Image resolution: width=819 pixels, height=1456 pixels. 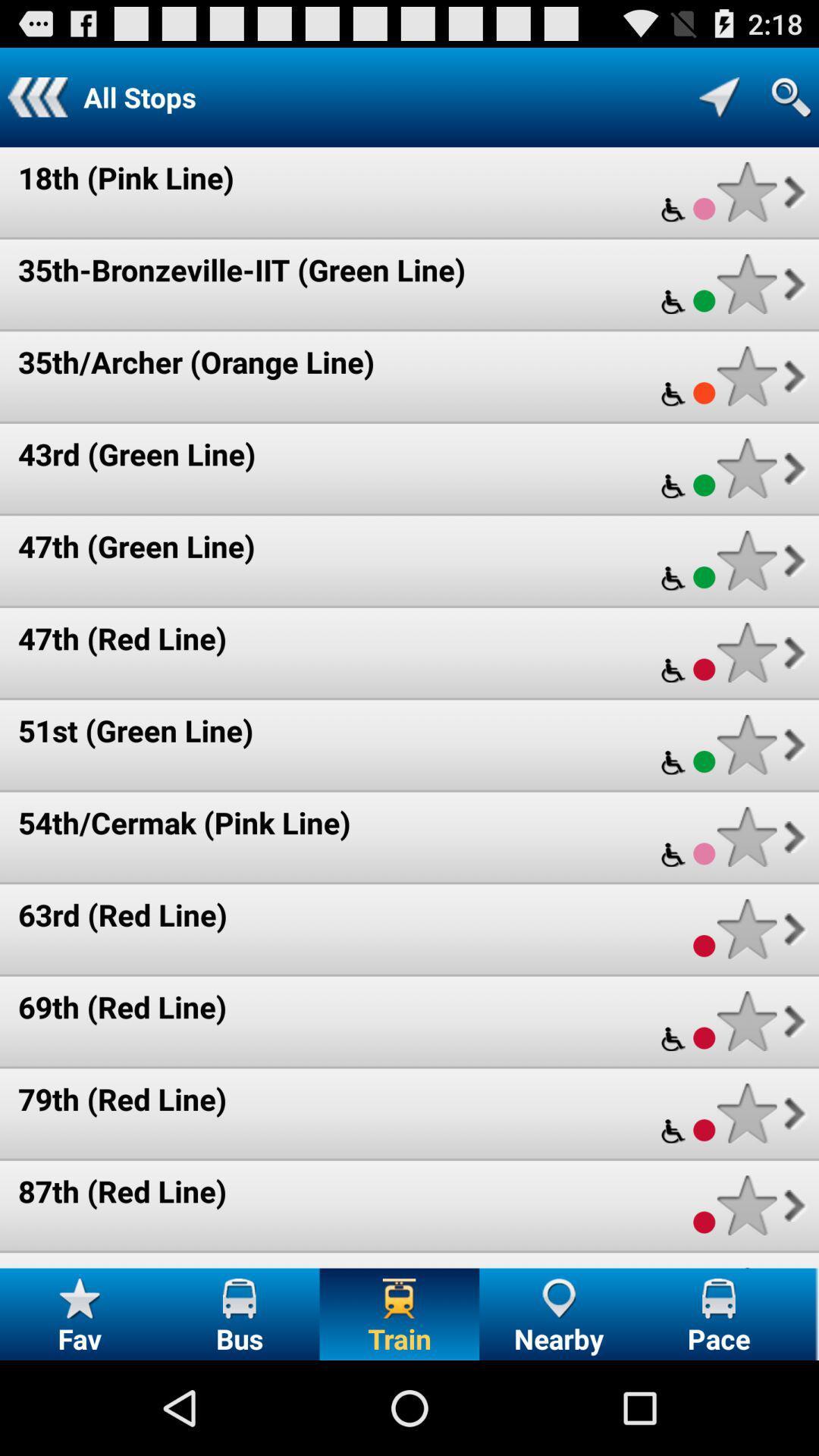 What do you see at coordinates (746, 836) in the screenshot?
I see `as favorite` at bounding box center [746, 836].